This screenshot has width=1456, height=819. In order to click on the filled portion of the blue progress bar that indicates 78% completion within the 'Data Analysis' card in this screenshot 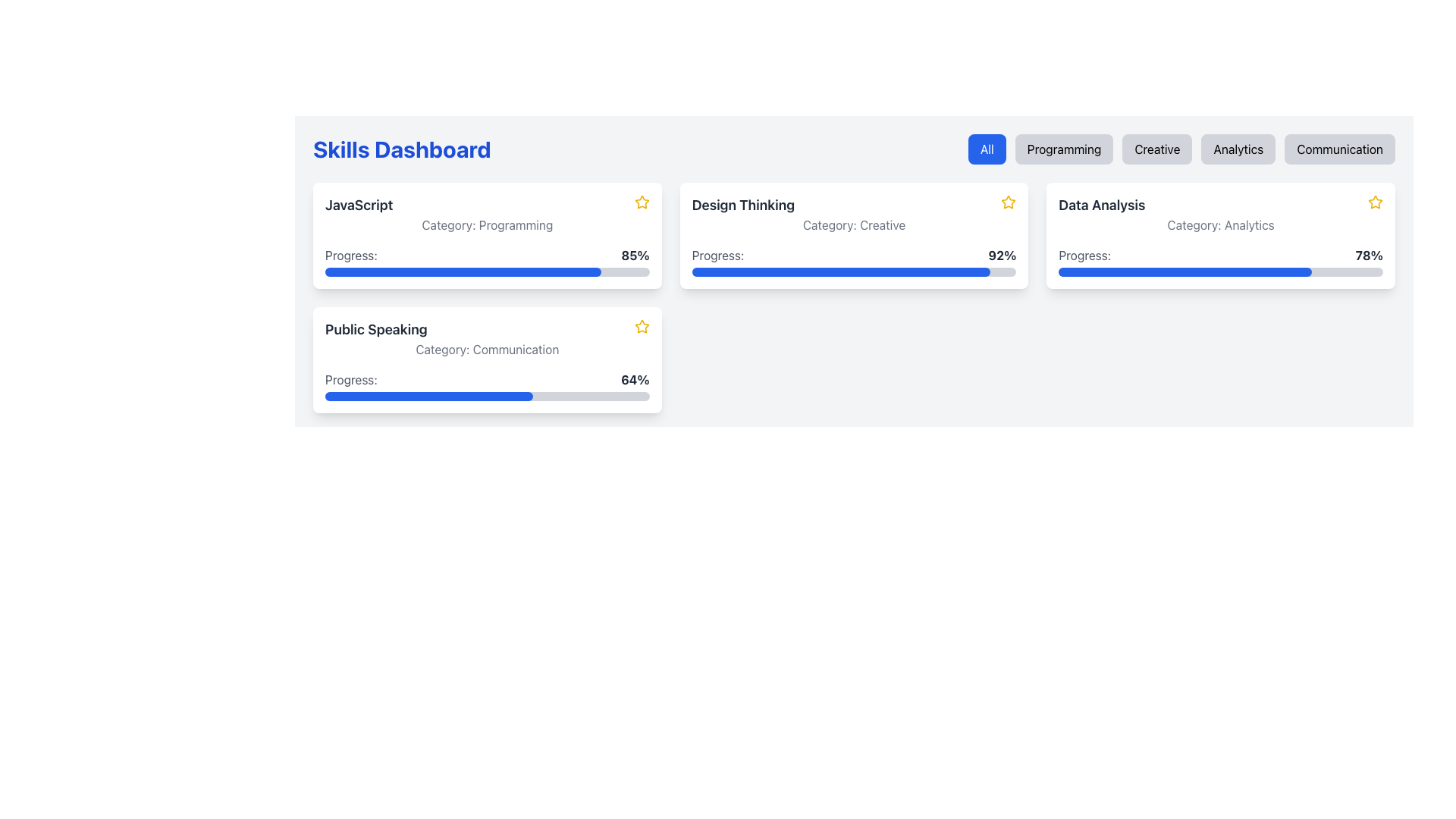, I will do `click(1185, 271)`.